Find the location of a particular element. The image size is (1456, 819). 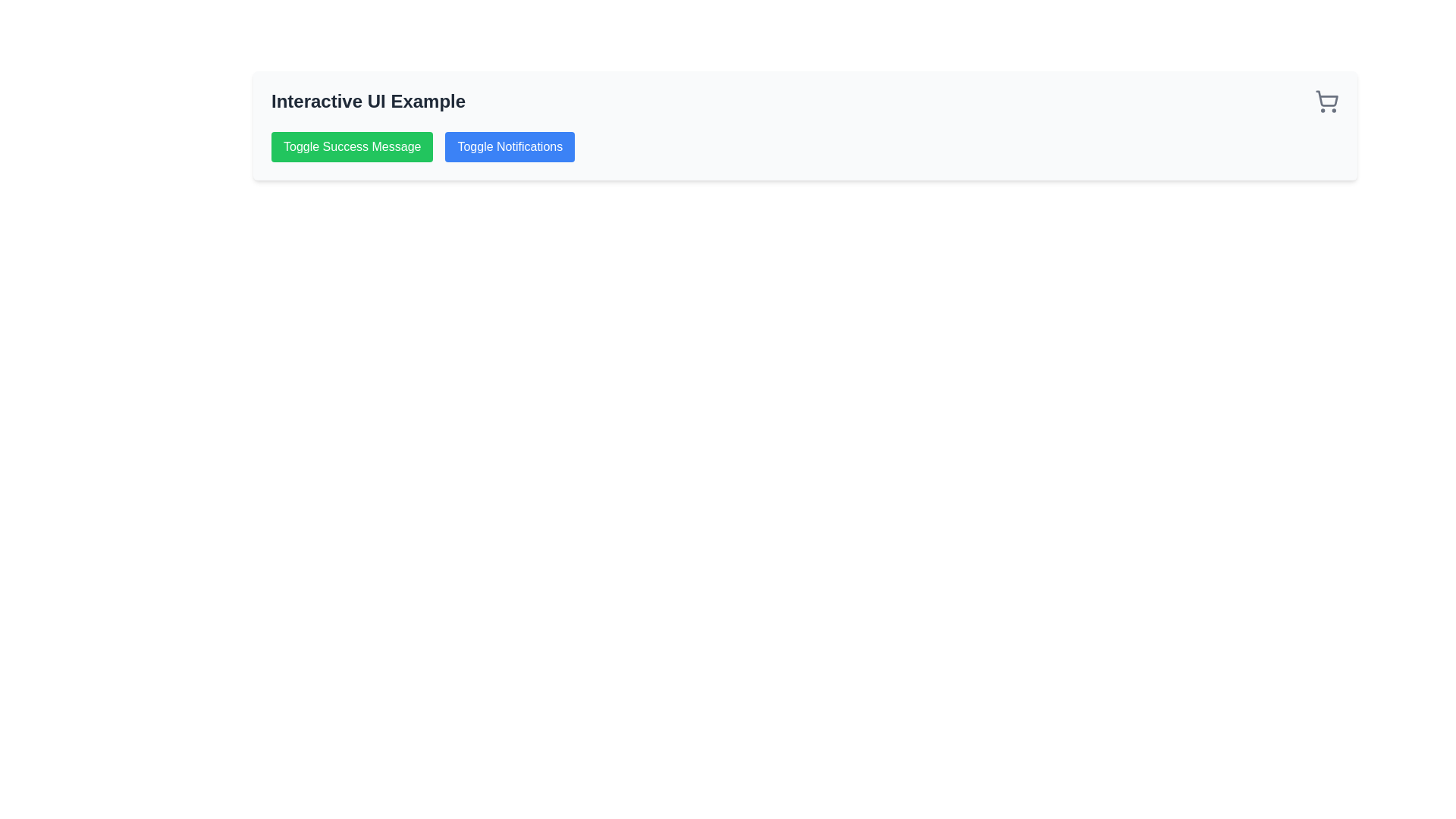

the shopping cart icon located in the upper-right corner next to the 'Interactive UI Example' text to initiate a cart-related action is located at coordinates (1326, 102).